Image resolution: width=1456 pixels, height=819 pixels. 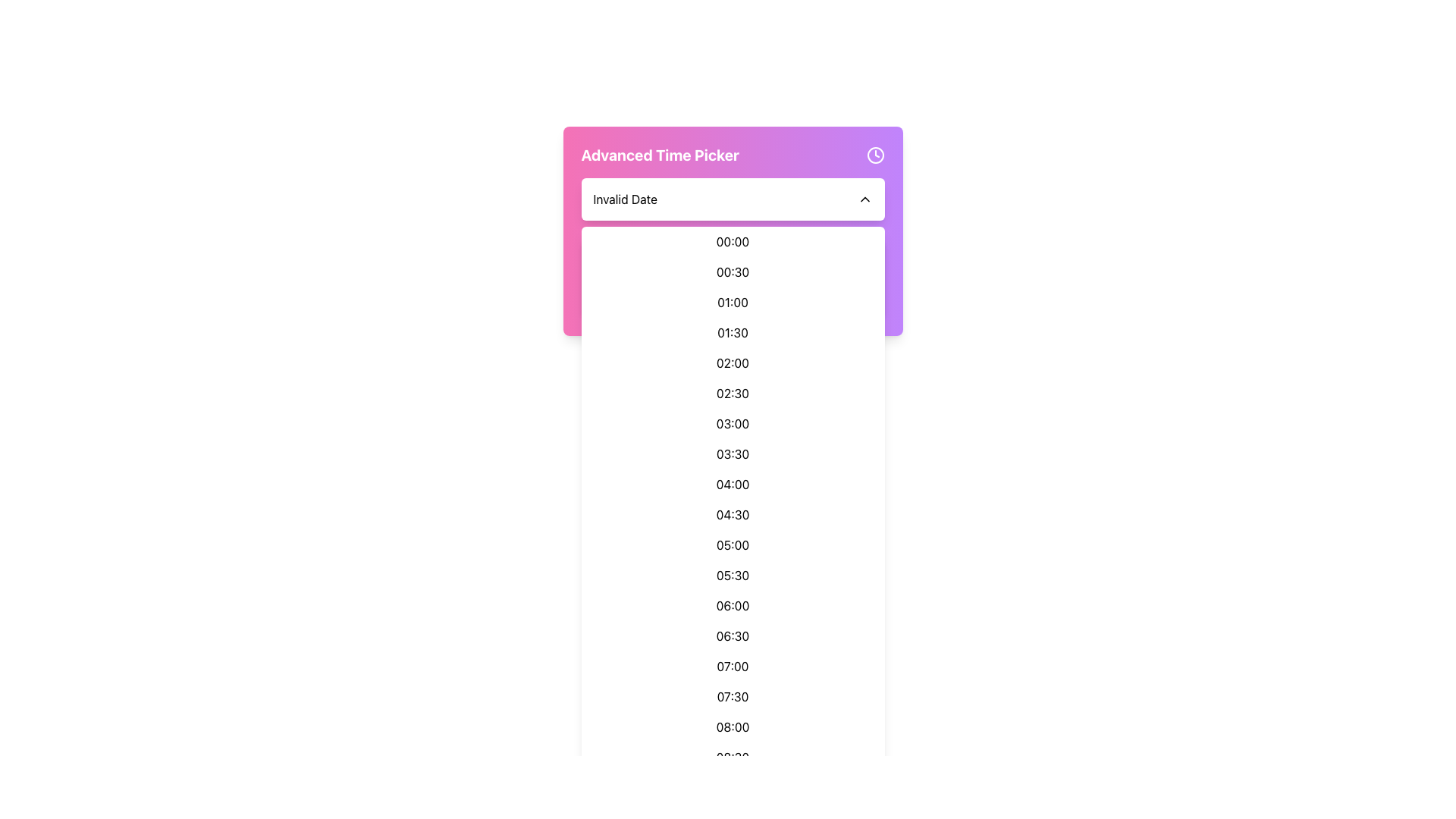 I want to click on the 'Time Analysis' text label, which is styled with bold and larger font, prominently displayed as a header above explanatory content, so click(x=733, y=260).